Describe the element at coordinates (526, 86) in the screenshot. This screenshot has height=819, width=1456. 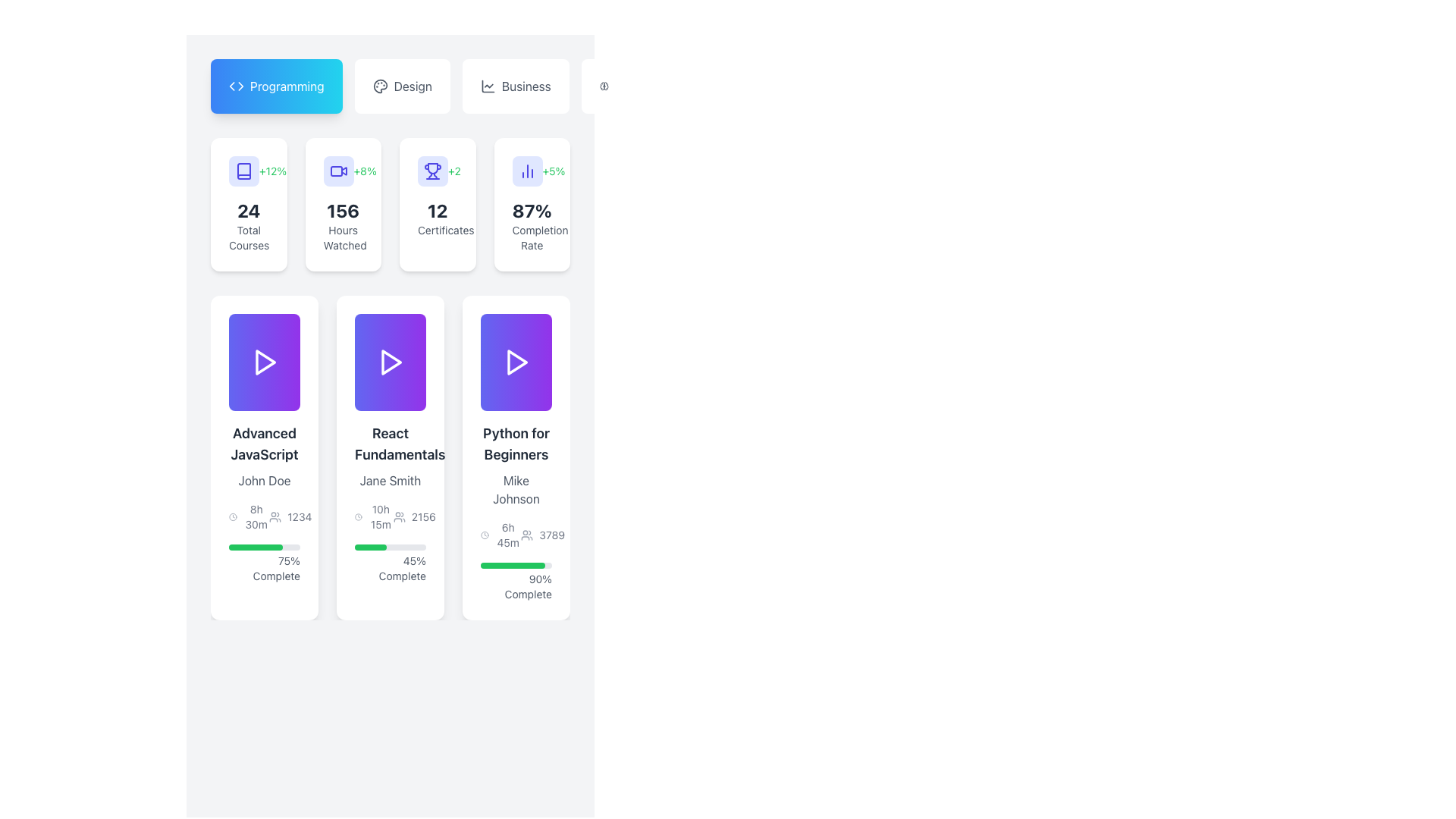
I see `the text label within the navigation button located in the header navigation bar, positioned to the right of the 'Programming' and 'Design' buttons` at that location.